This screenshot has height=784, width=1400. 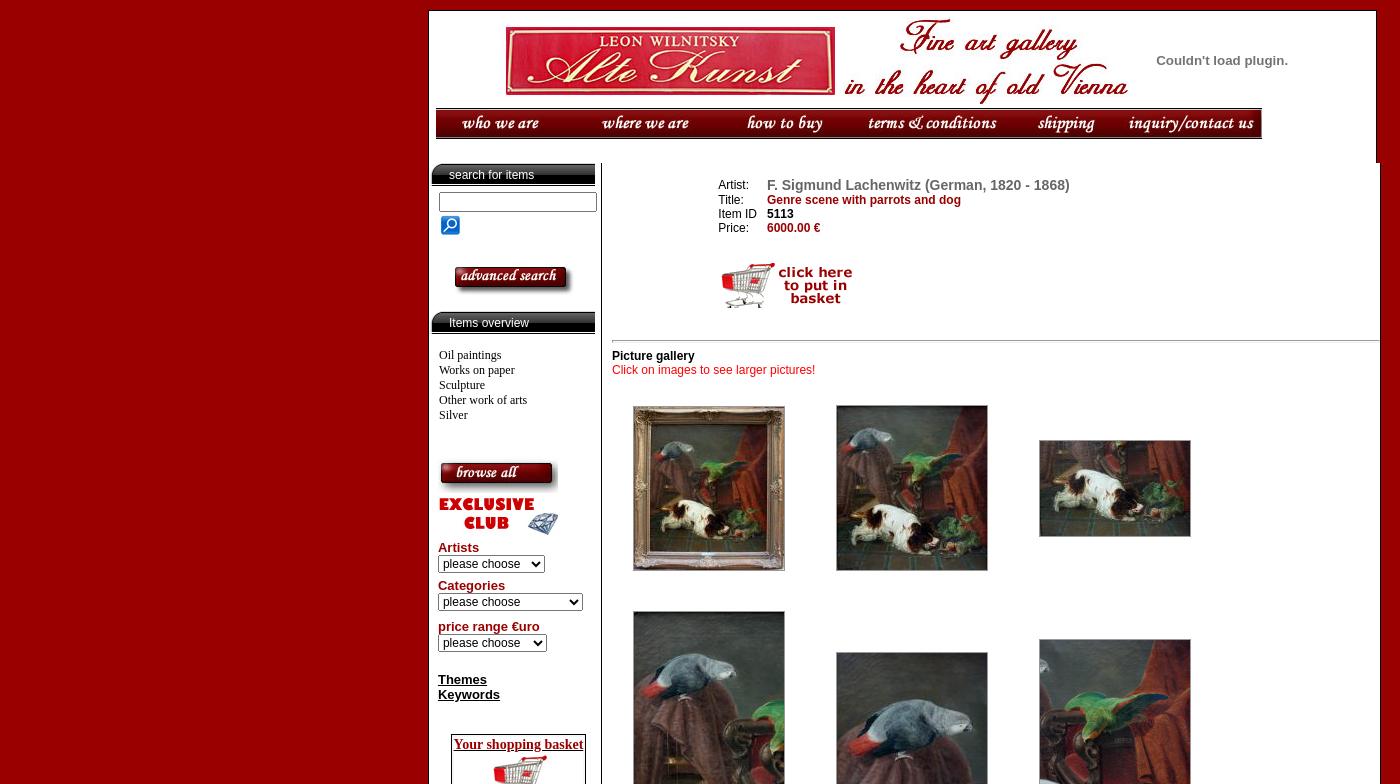 What do you see at coordinates (456, 547) in the screenshot?
I see `'Artists'` at bounding box center [456, 547].